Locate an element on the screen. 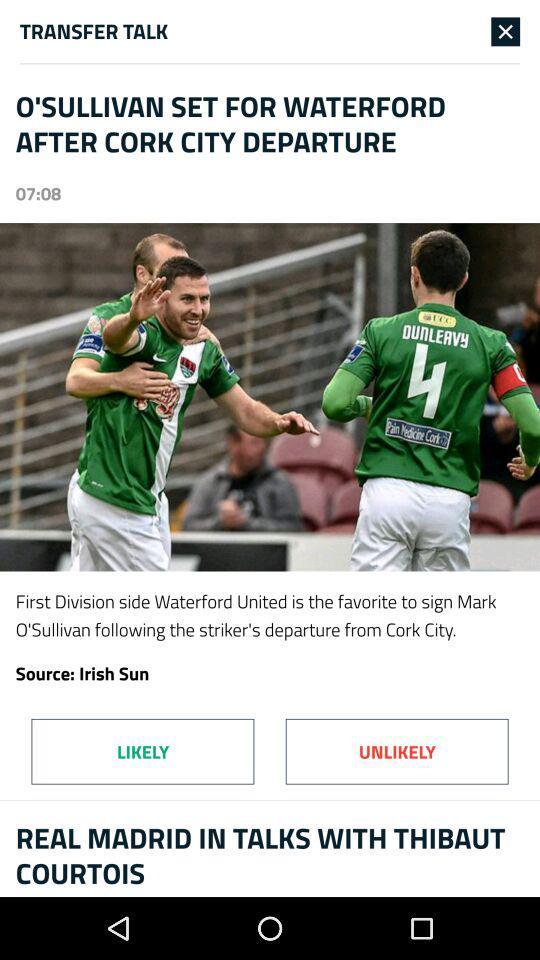 The height and width of the screenshot is (960, 540). item above the real madrid in item is located at coordinates (141, 750).